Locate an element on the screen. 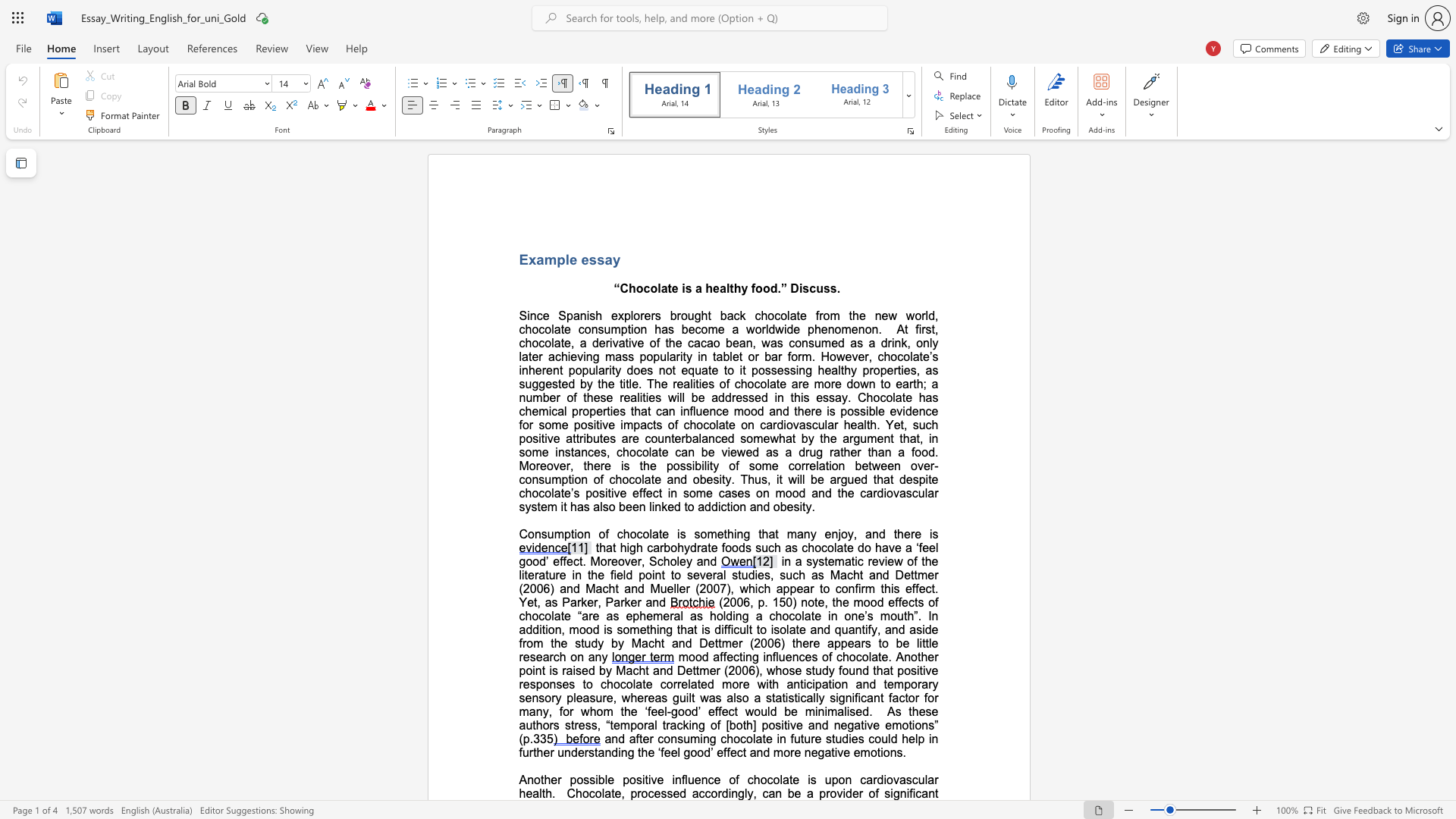  the subset text "nding the ‘feel g" within the text "and after consuming chocolate in future studies could help in further understanding the ‘feel good’ effect and more negative emotions." is located at coordinates (604, 752).